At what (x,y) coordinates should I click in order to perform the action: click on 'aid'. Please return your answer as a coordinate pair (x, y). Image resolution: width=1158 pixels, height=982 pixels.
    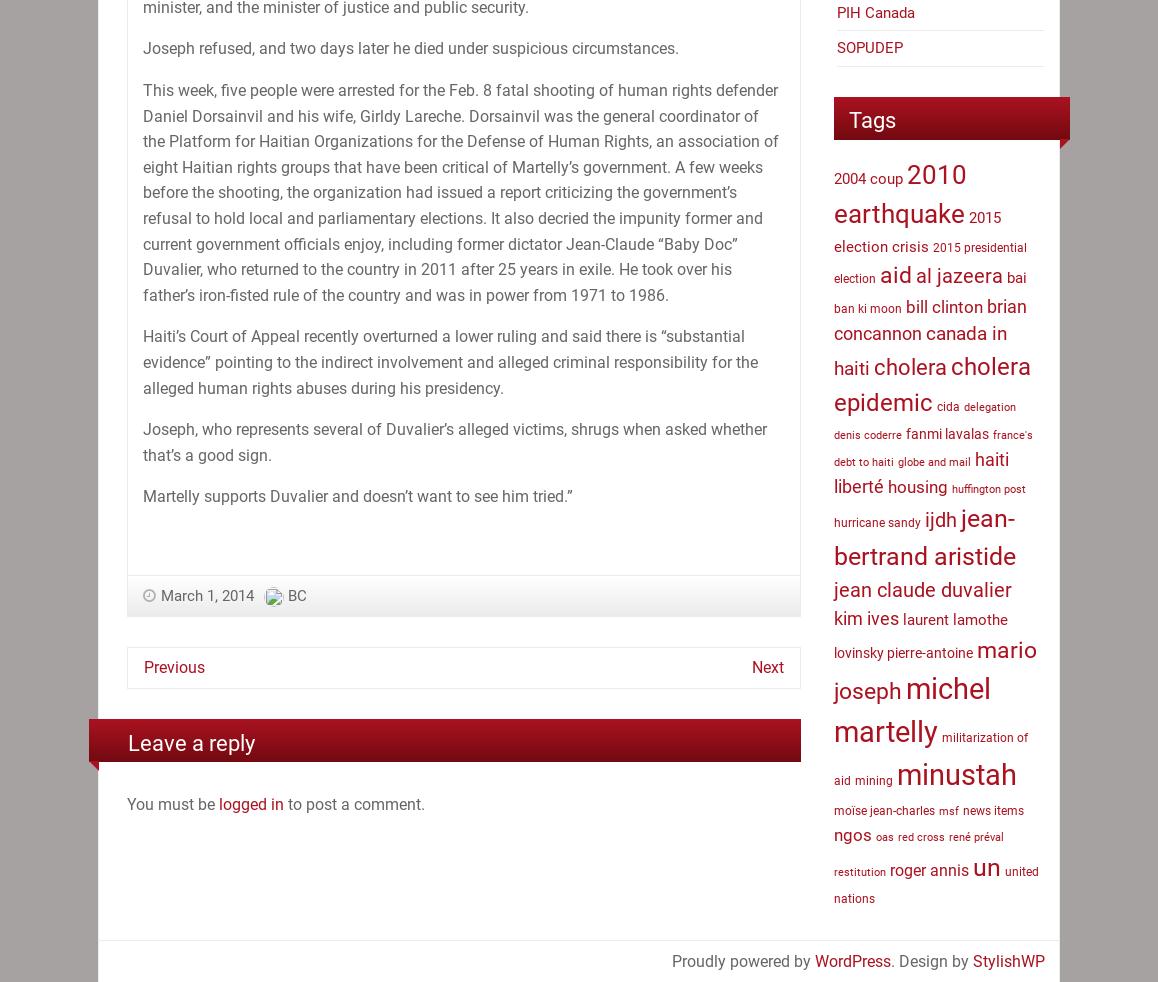
    Looking at the image, I should click on (879, 274).